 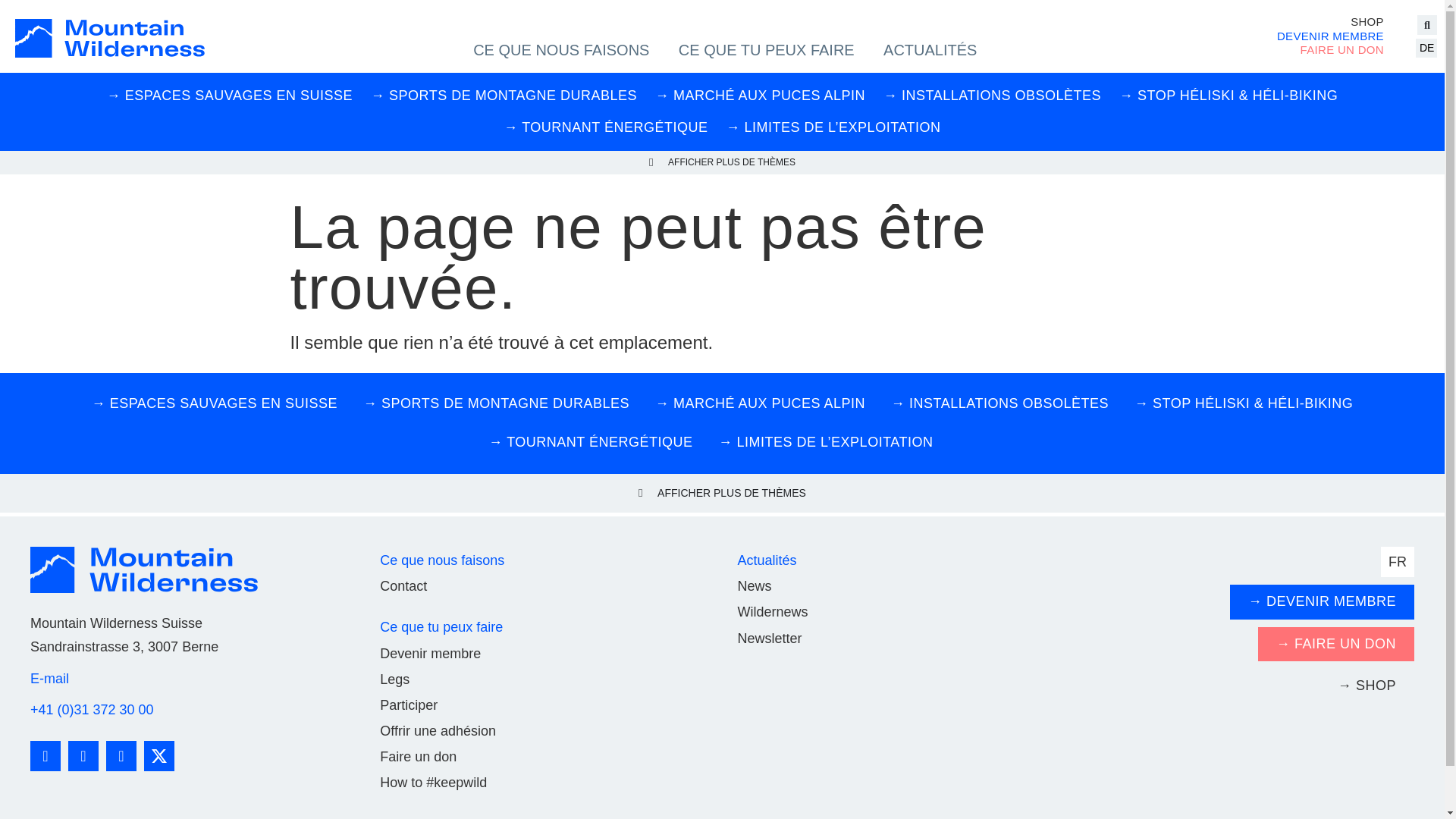 I want to click on 'Ce que tu peux faire', so click(x=379, y=626).